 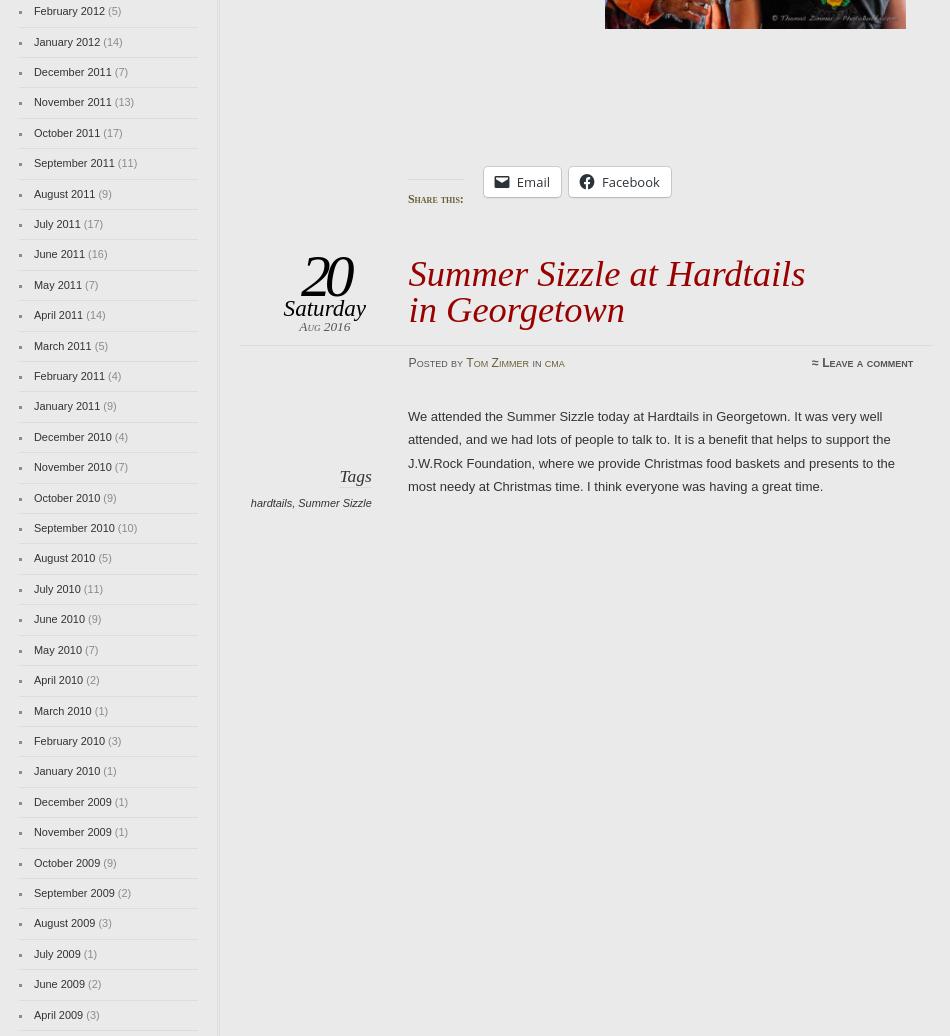 What do you see at coordinates (62, 344) in the screenshot?
I see `'March 2011'` at bounding box center [62, 344].